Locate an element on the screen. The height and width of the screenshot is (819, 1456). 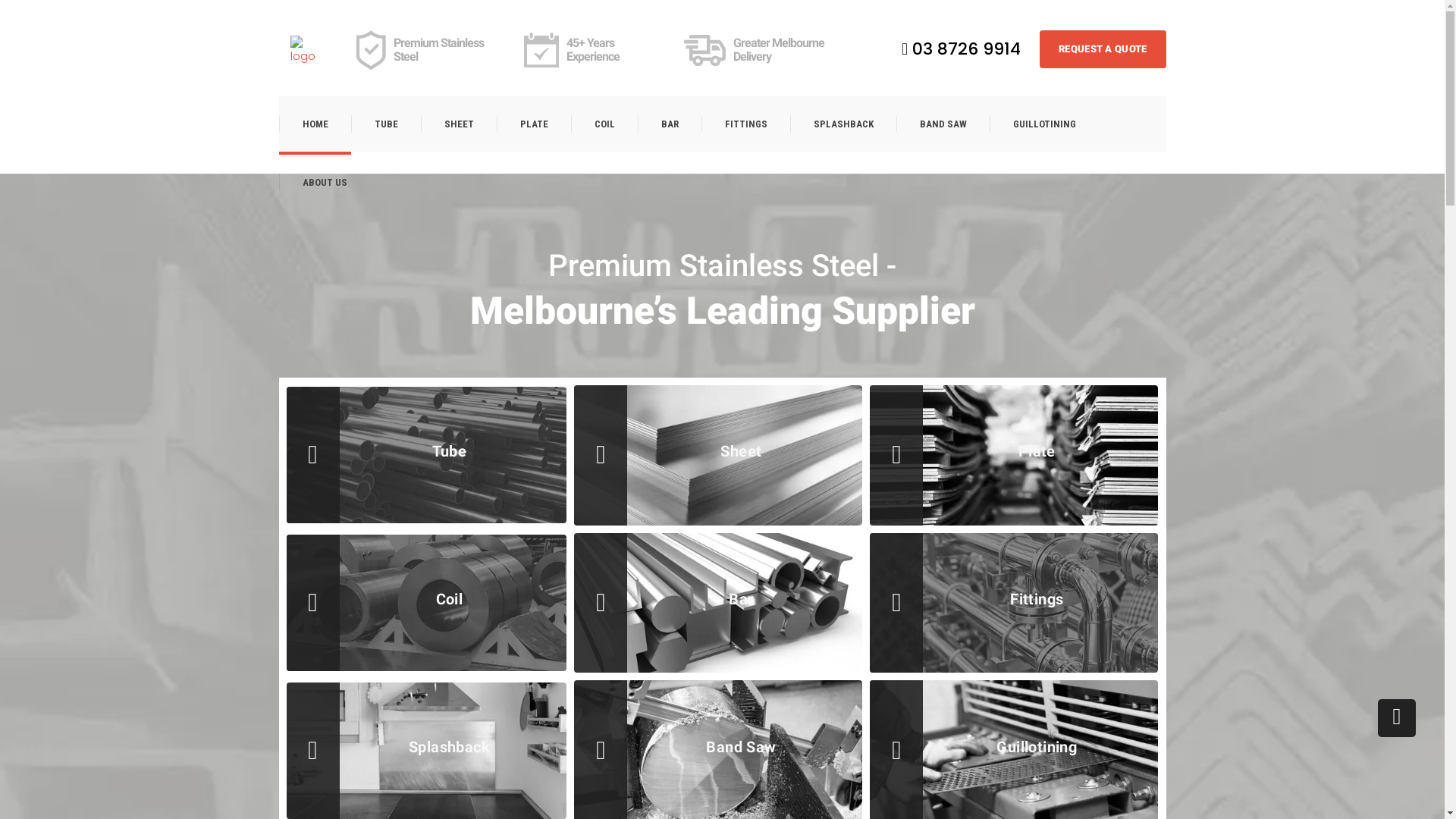
'BAND SAW' is located at coordinates (942, 123).